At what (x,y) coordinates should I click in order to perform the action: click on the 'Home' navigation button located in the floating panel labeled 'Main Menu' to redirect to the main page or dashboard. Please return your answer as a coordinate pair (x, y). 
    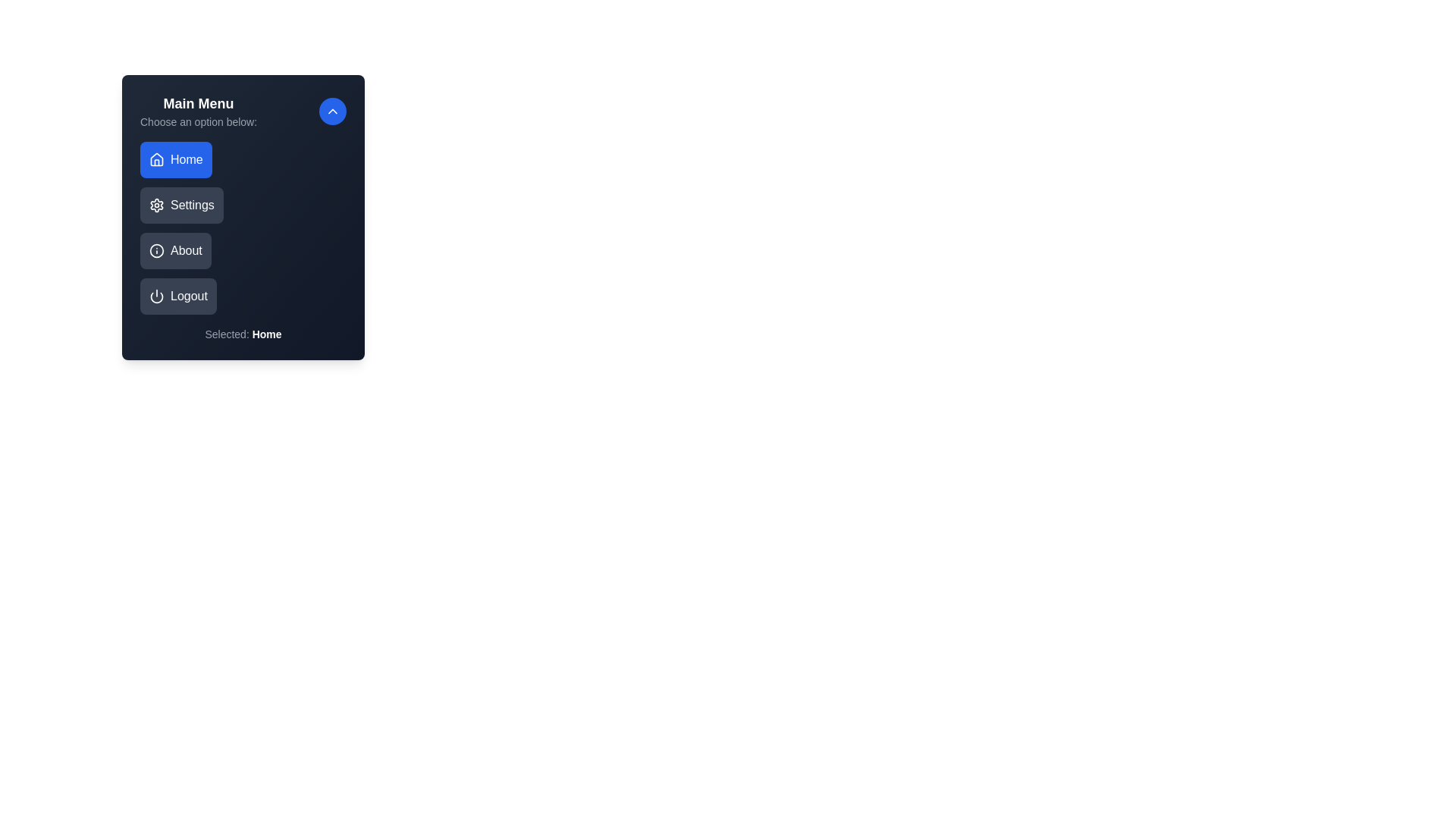
    Looking at the image, I should click on (176, 160).